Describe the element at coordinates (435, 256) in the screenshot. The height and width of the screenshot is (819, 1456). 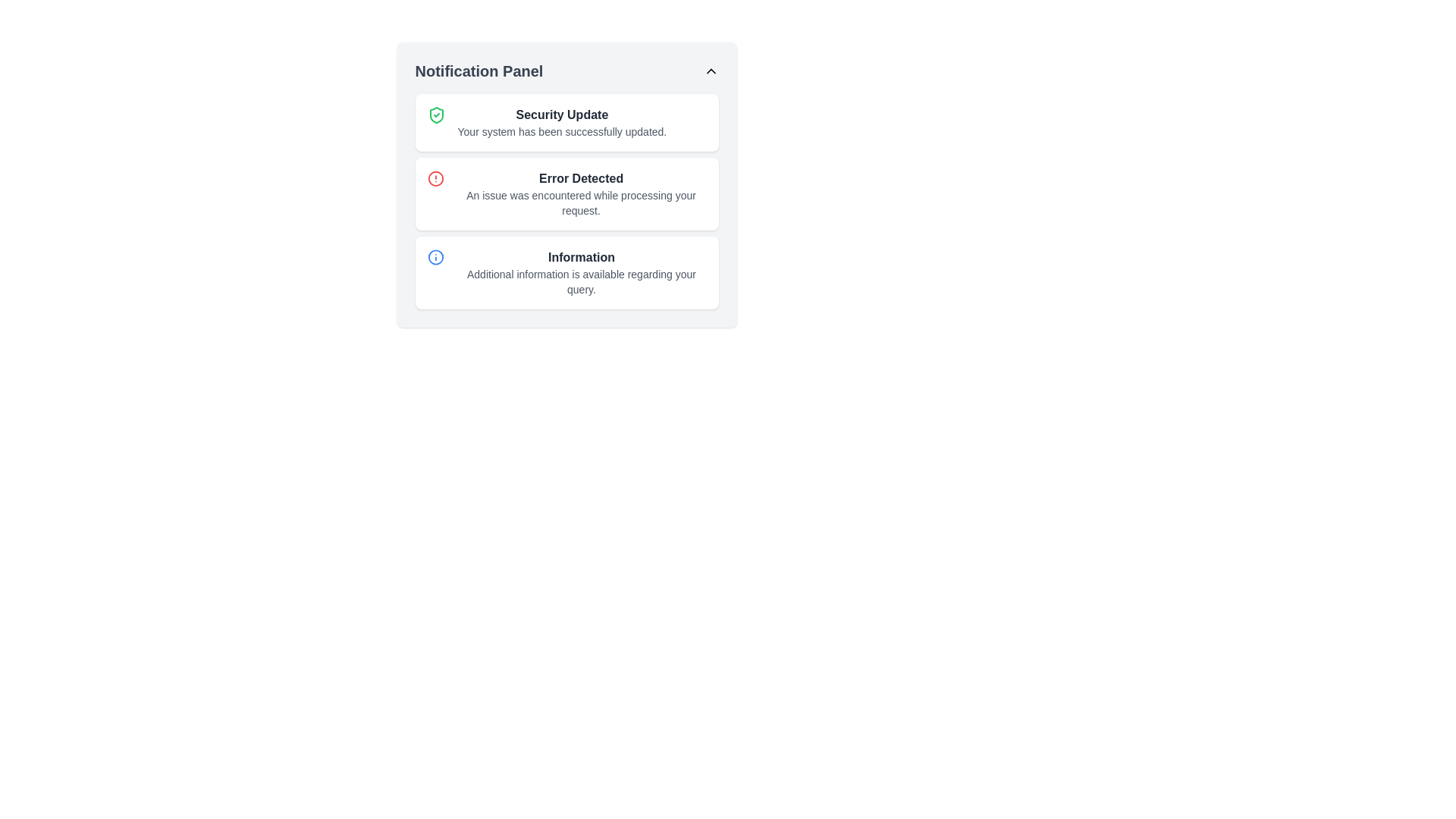
I see `the prominent circular Decorative icon located to the left of the text content under the 'Information' section in the notification panel` at that location.